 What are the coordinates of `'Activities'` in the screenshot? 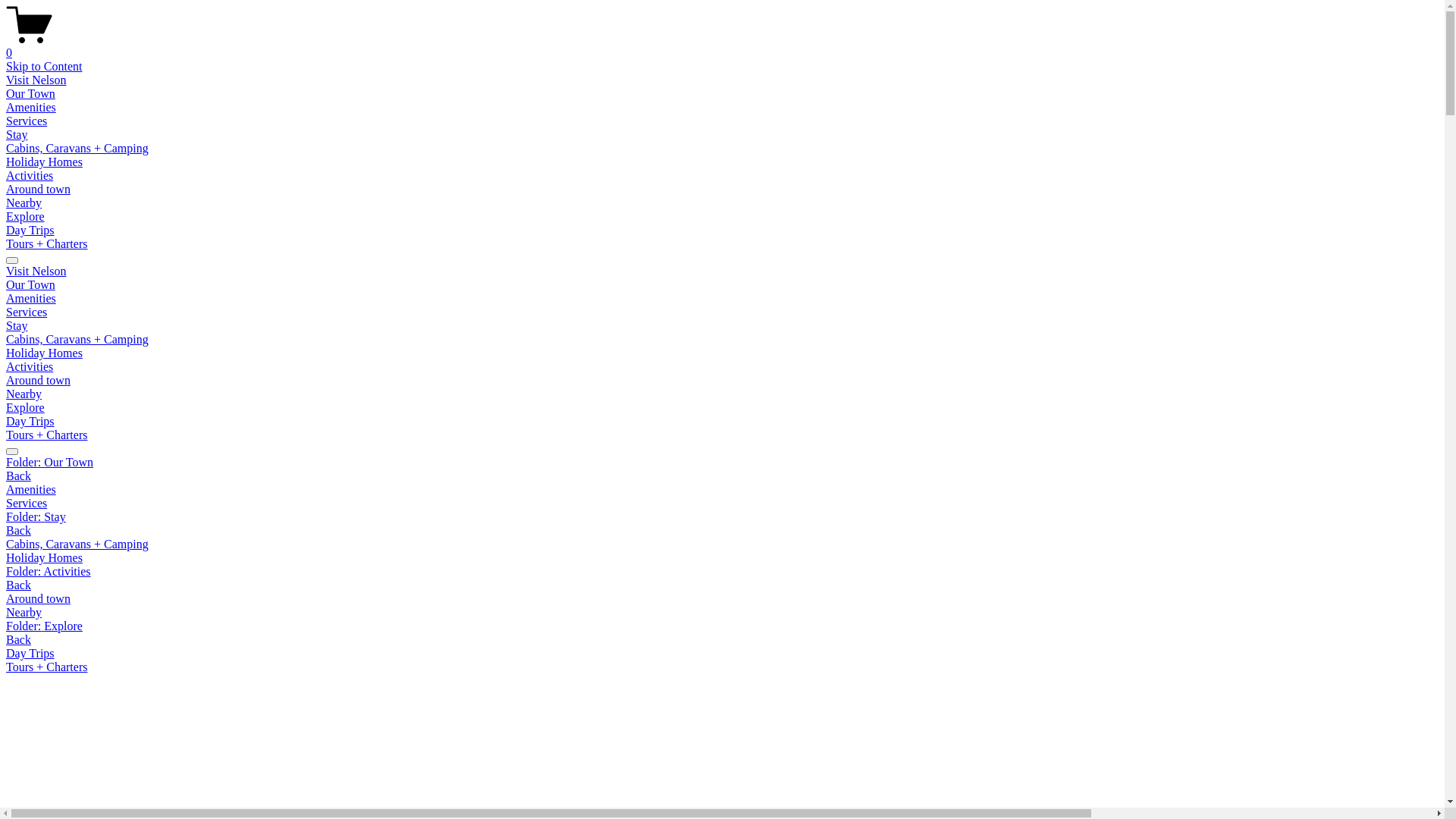 It's located at (29, 174).